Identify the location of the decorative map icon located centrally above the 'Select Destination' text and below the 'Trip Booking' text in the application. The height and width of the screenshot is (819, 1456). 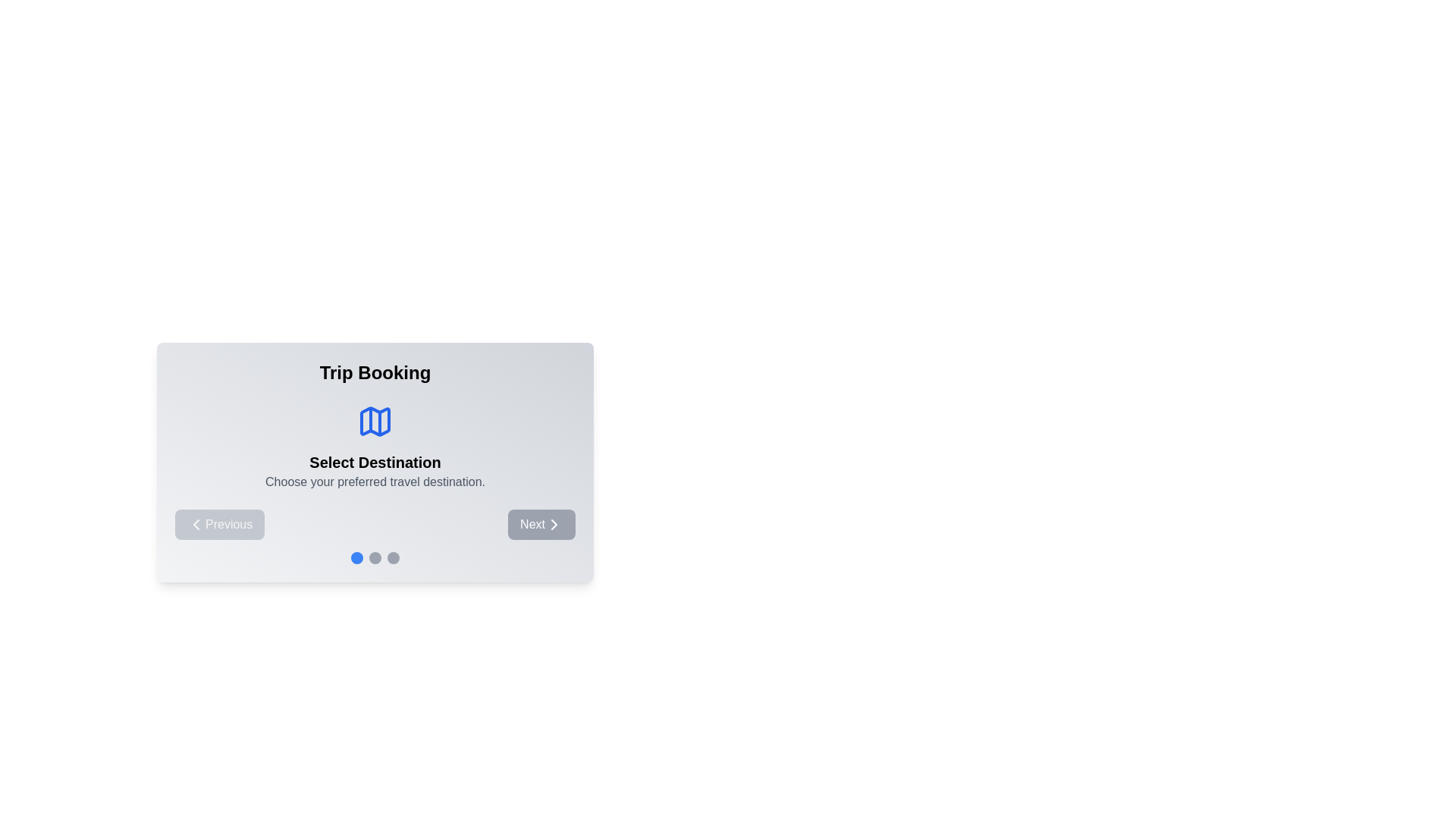
(375, 421).